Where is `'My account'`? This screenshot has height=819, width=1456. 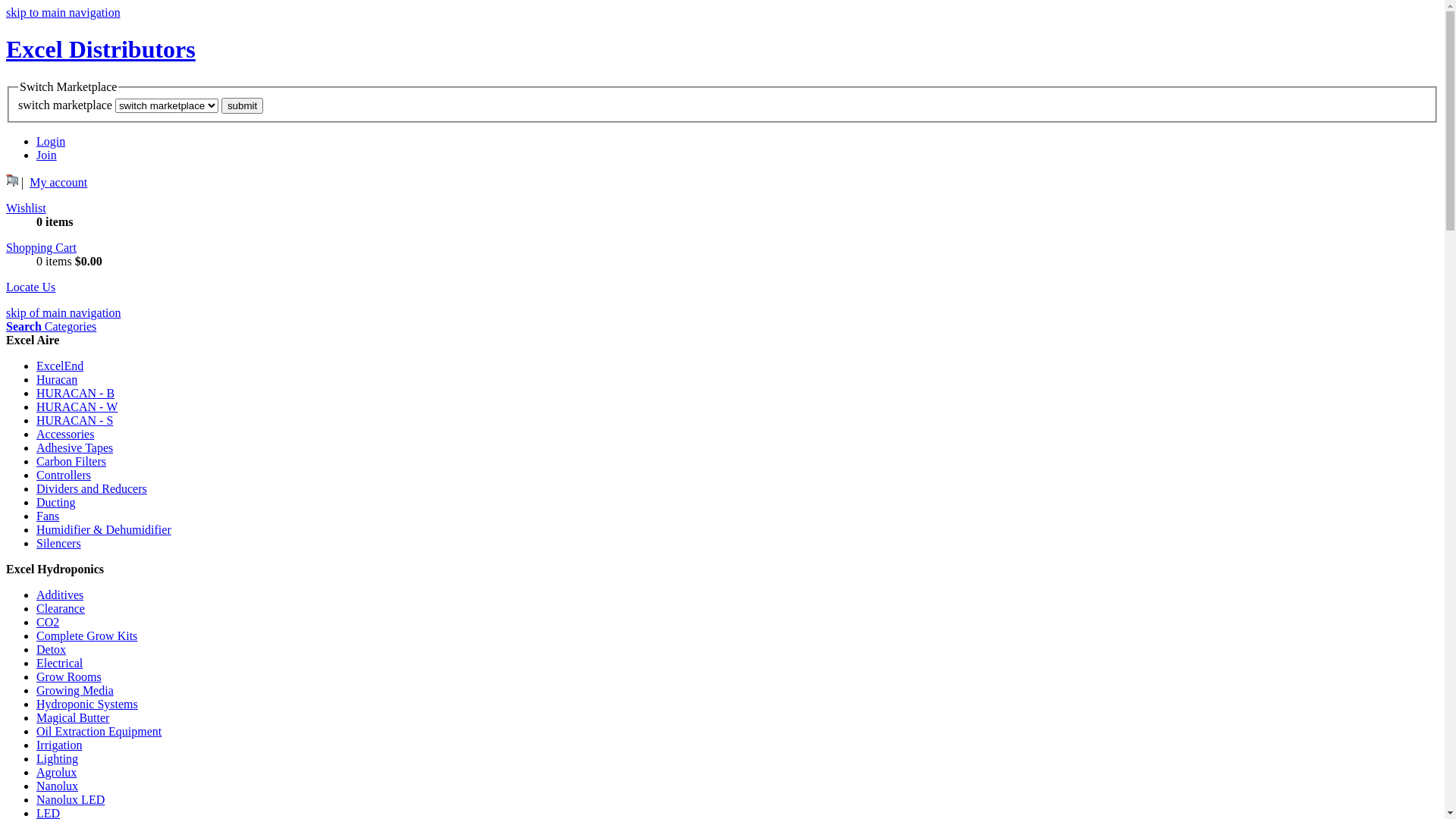
'My account' is located at coordinates (29, 181).